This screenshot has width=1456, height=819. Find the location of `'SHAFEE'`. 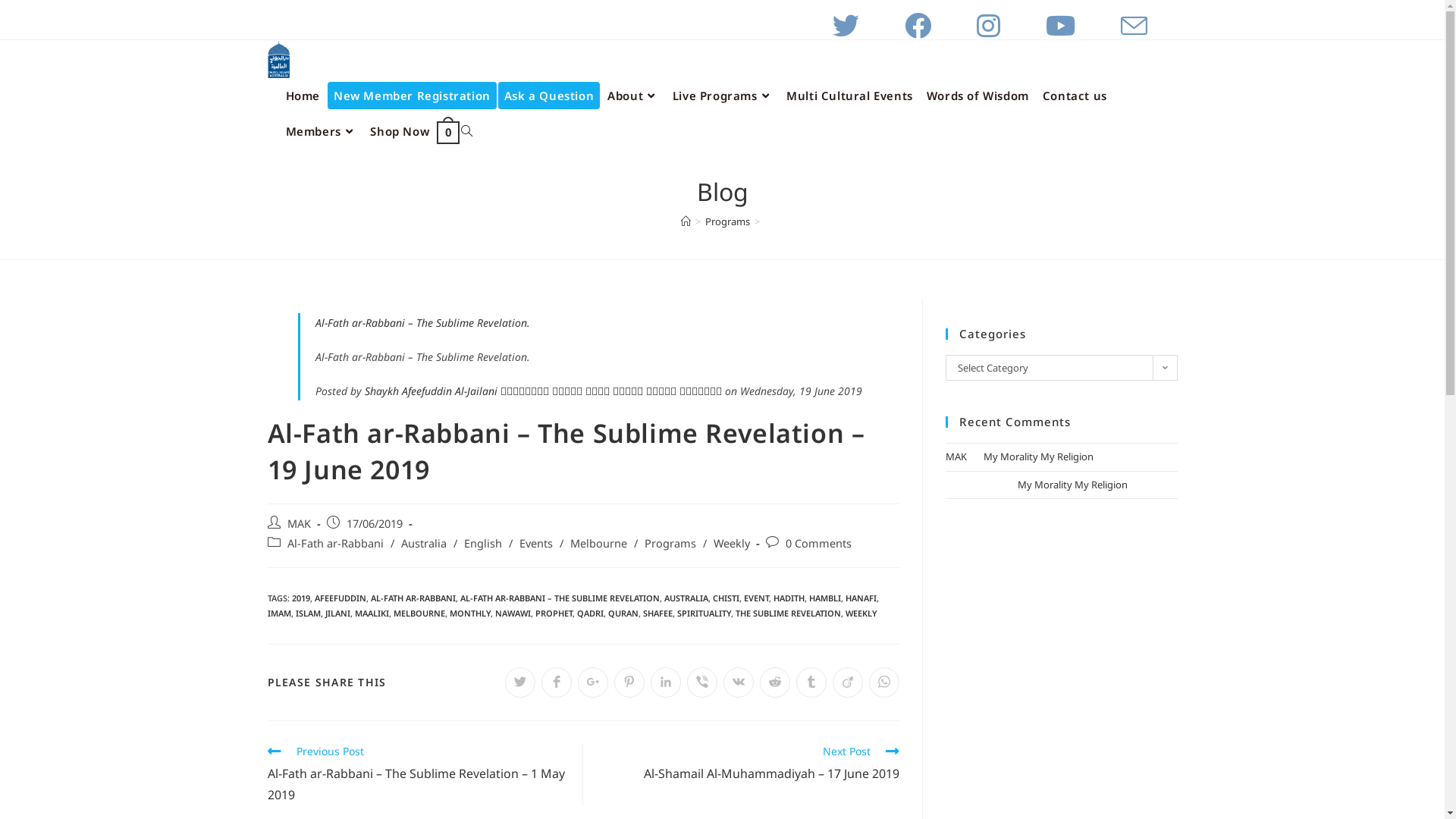

'SHAFEE' is located at coordinates (657, 612).